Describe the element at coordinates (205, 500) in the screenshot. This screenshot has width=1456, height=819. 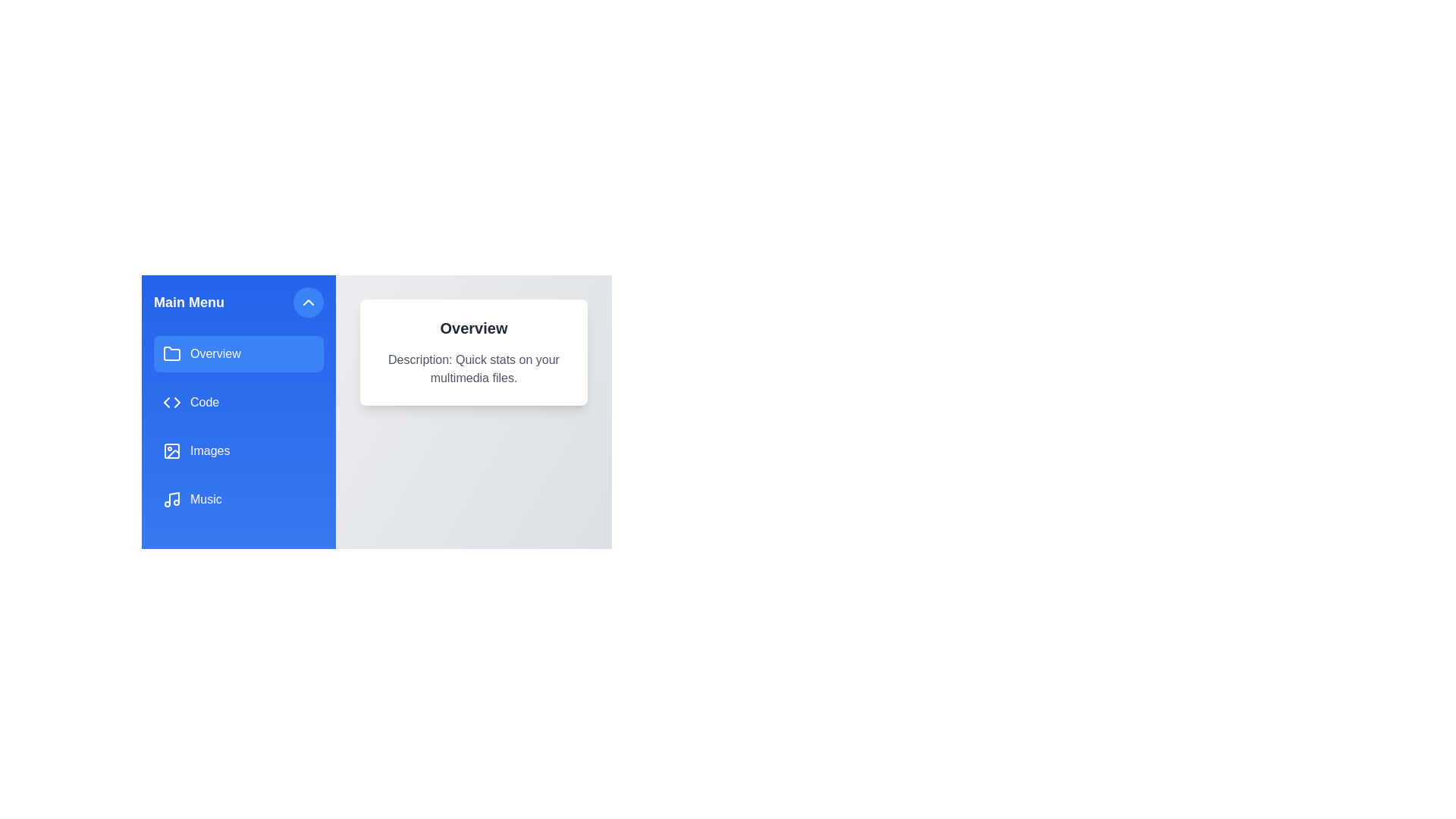
I see `the text label in the sidebar menu related to music` at that location.